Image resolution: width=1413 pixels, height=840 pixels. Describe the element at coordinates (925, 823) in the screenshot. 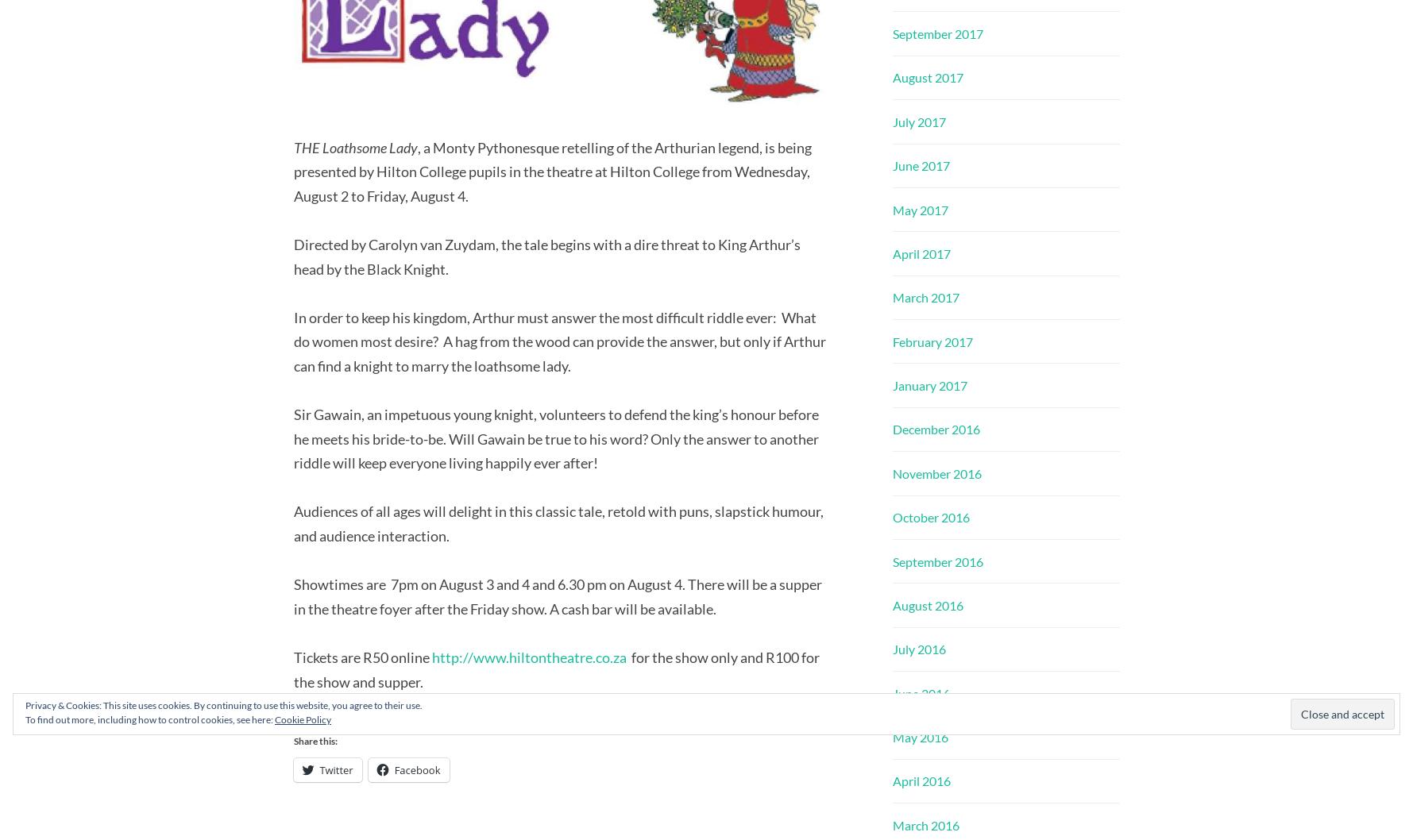

I see `'March 2016'` at that location.